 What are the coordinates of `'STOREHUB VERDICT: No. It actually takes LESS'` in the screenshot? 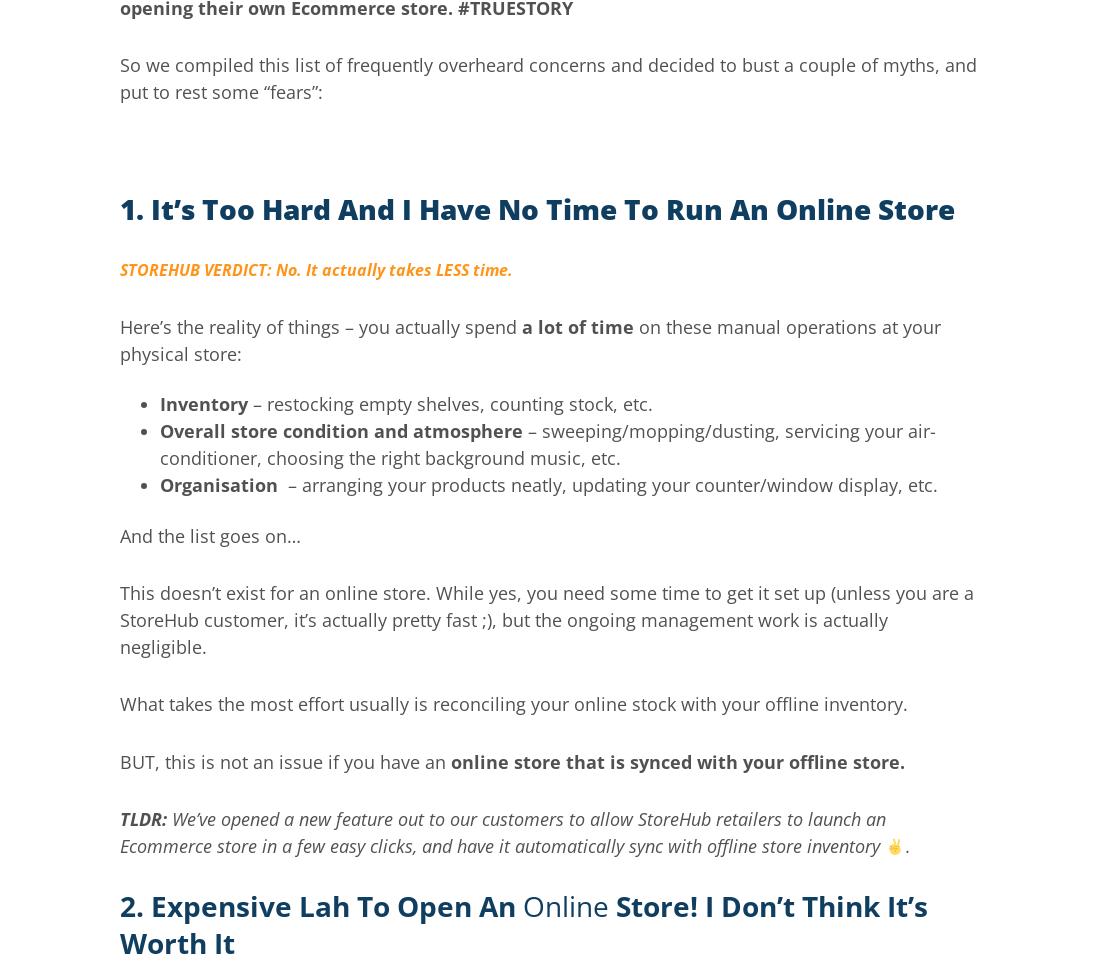 It's located at (293, 268).